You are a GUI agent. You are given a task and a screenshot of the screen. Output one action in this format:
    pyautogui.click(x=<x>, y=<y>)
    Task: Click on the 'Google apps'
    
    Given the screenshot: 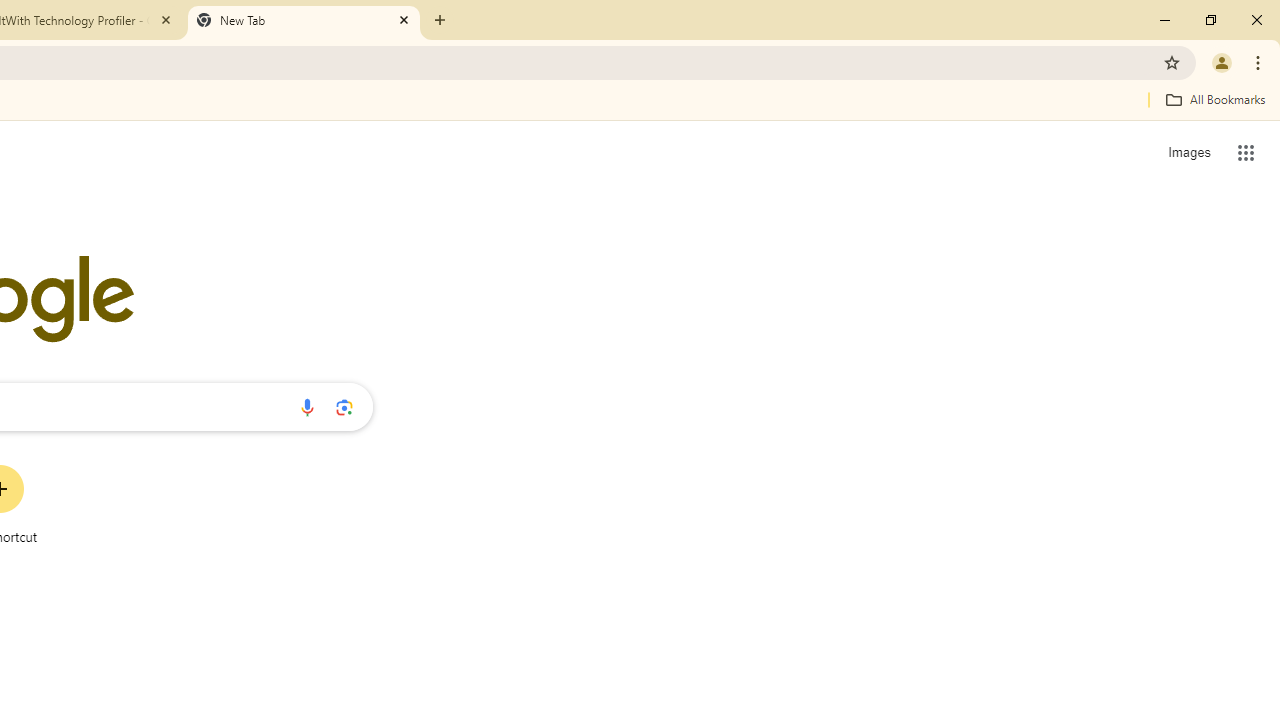 What is the action you would take?
    pyautogui.click(x=1245, y=152)
    